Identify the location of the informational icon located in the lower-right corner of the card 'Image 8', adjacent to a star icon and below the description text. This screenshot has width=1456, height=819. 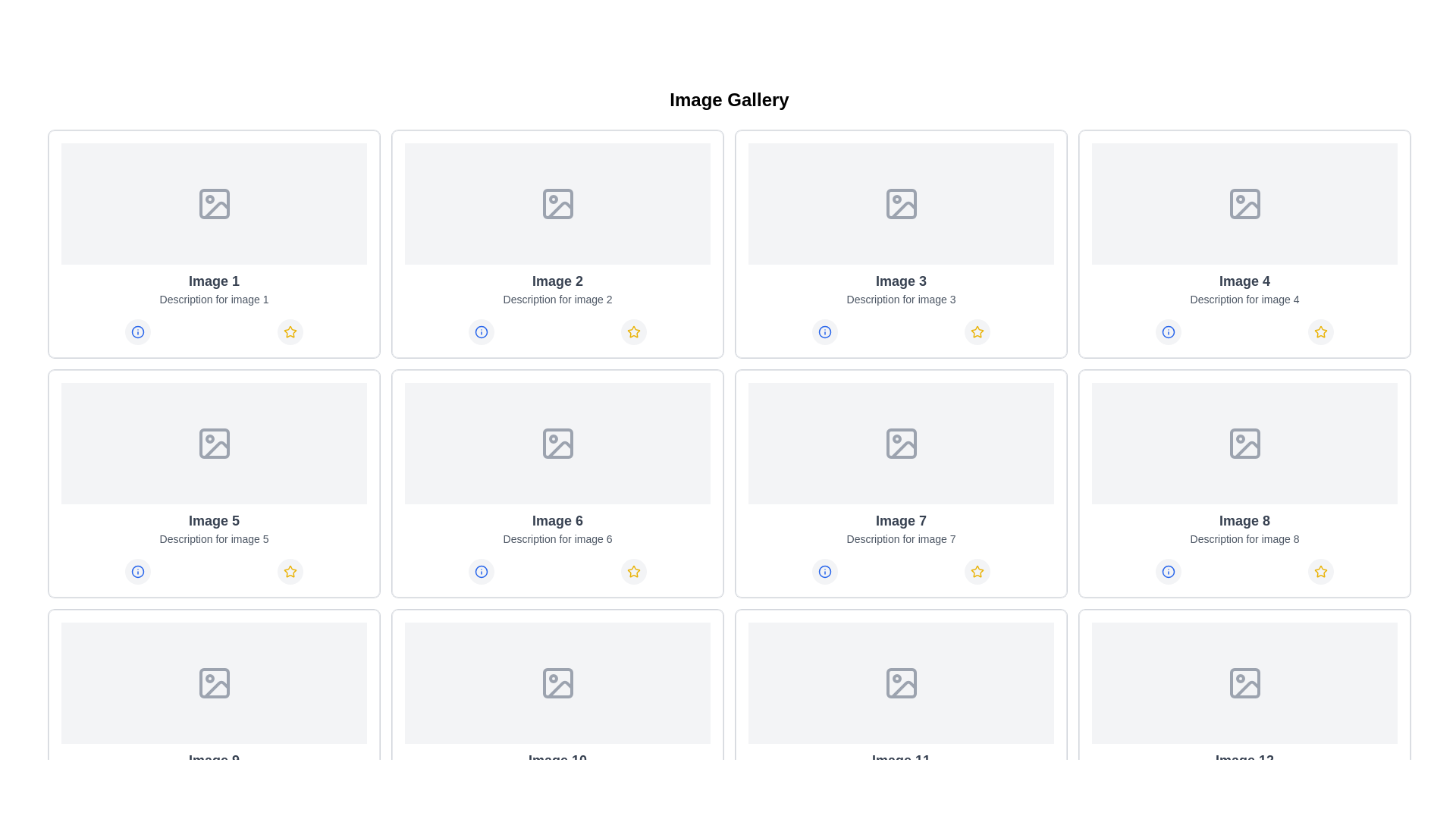
(1167, 571).